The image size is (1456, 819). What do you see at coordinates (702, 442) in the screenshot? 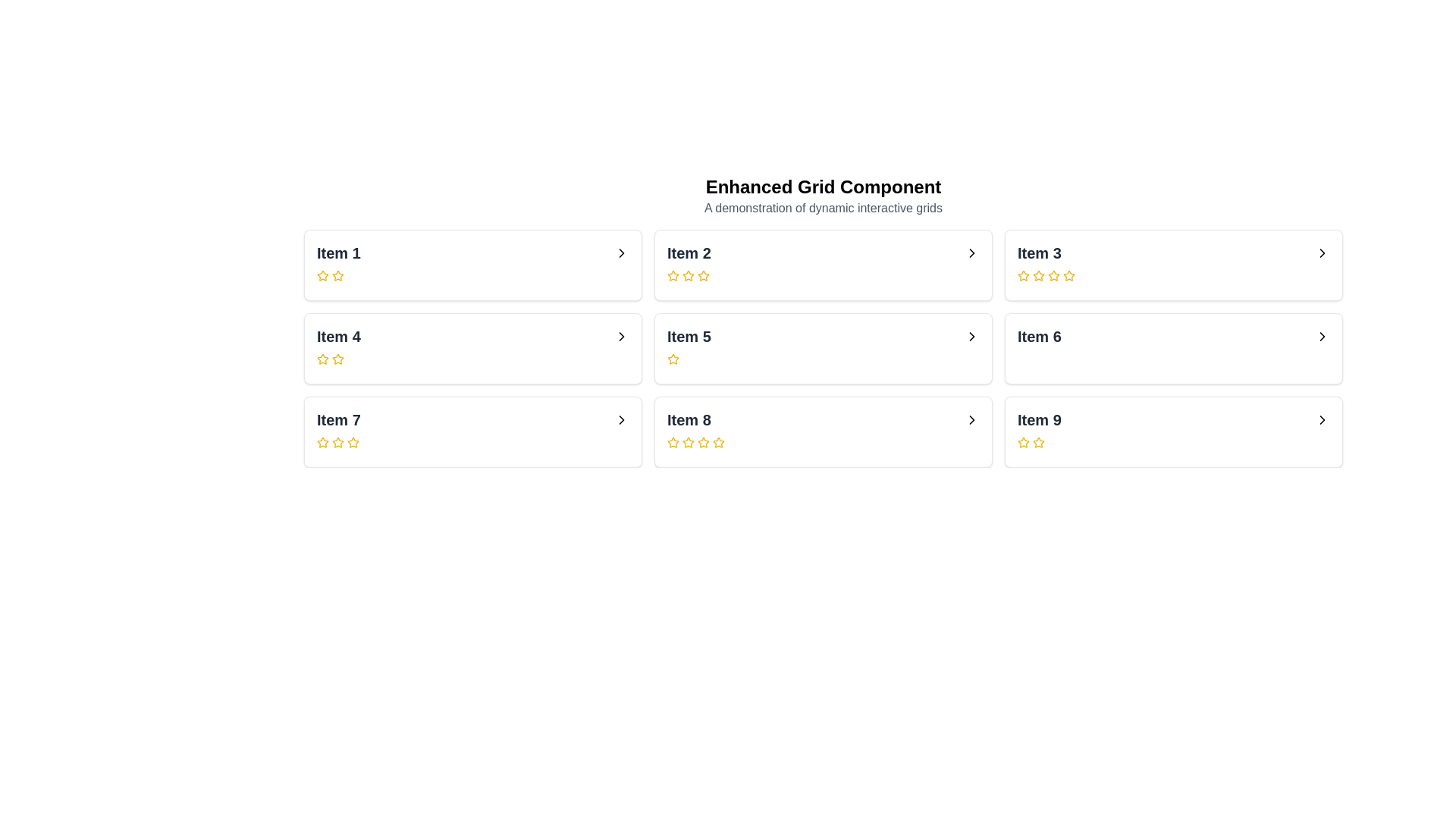
I see `the fourth star in the rating system below the 'Item 8' label to rate it` at bounding box center [702, 442].